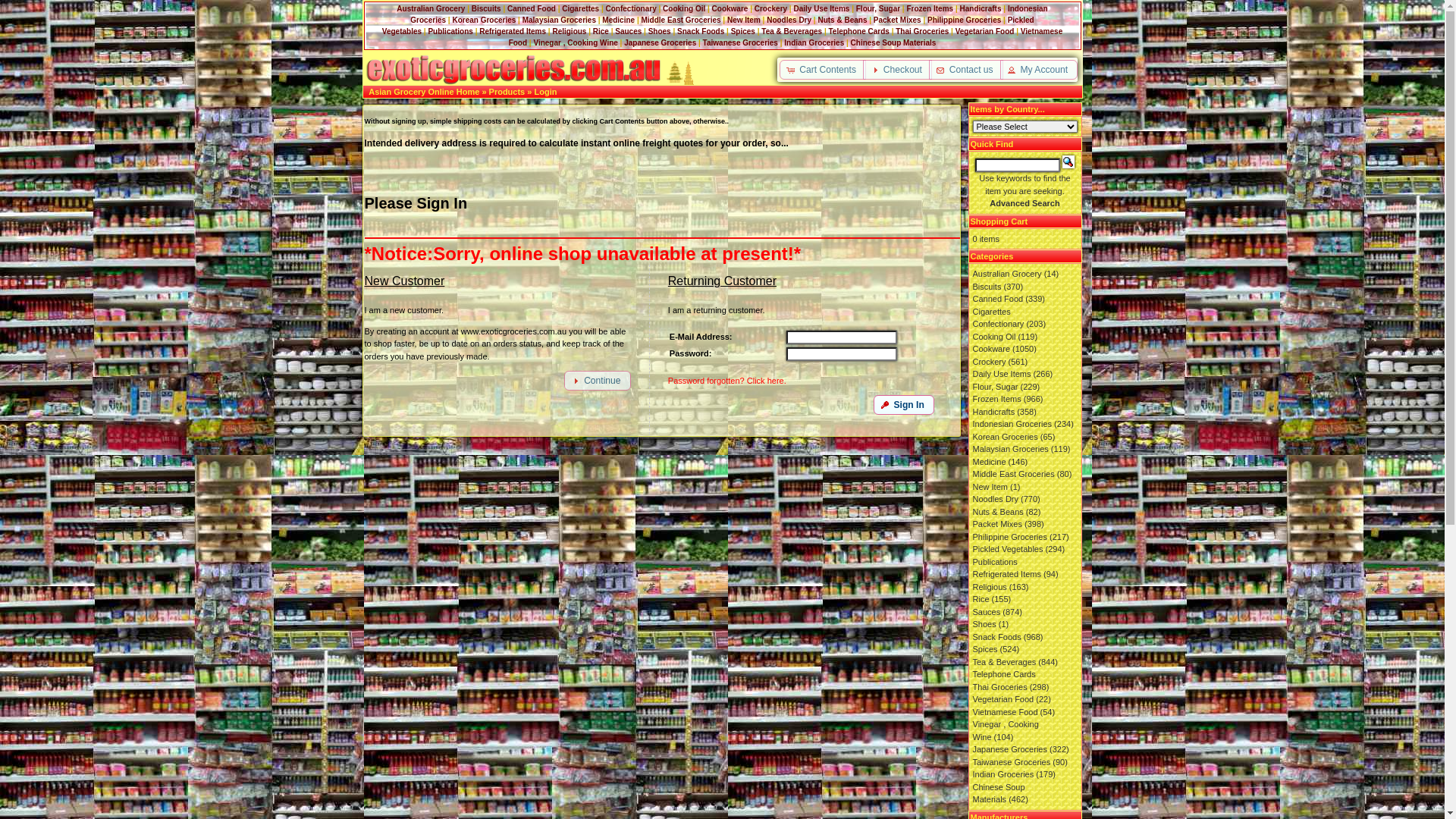 Image resolution: width=1456 pixels, height=819 pixels. What do you see at coordinates (568, 31) in the screenshot?
I see `'Religious'` at bounding box center [568, 31].